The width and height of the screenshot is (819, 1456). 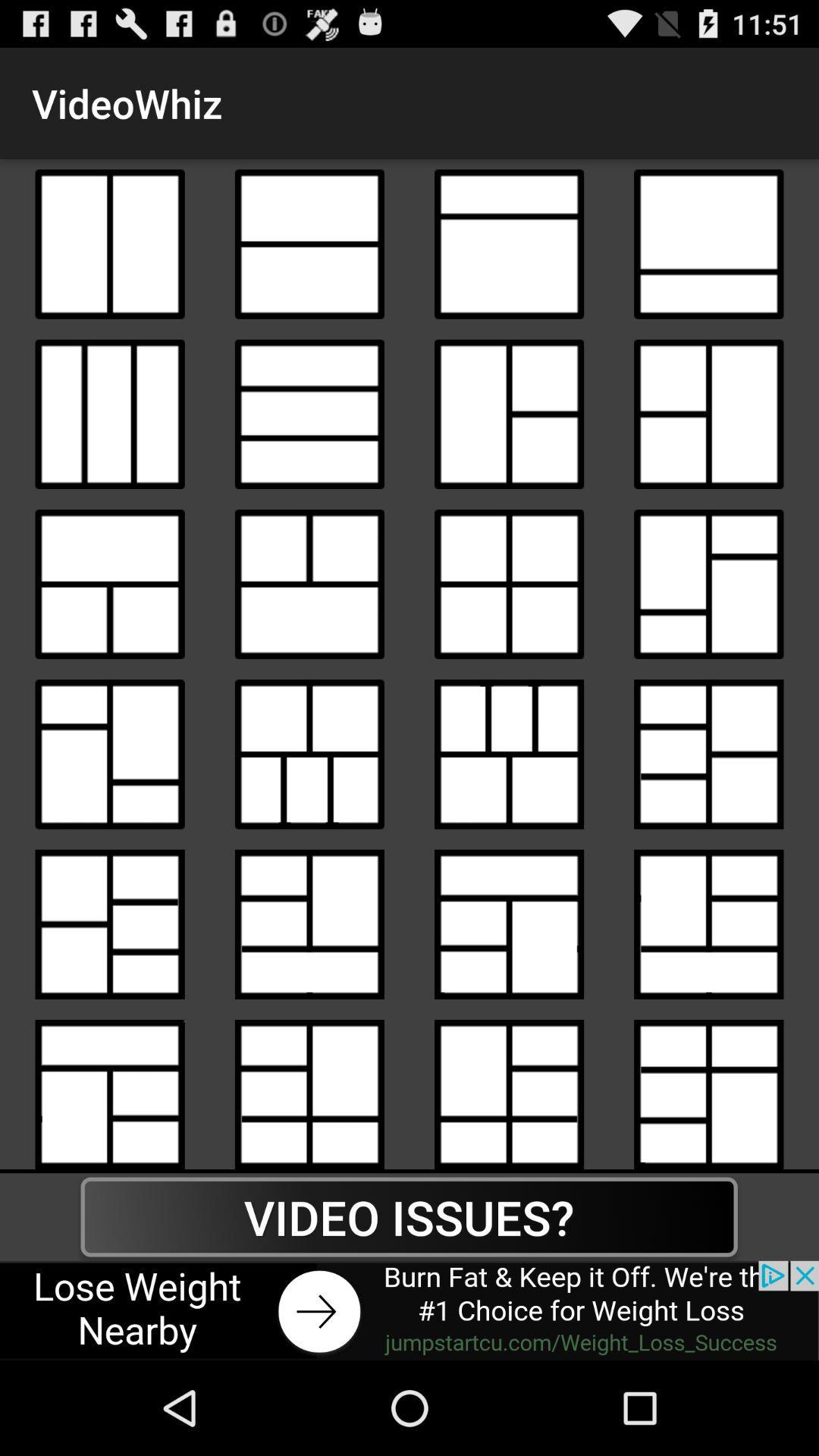 What do you see at coordinates (509, 414) in the screenshot?
I see `design` at bounding box center [509, 414].